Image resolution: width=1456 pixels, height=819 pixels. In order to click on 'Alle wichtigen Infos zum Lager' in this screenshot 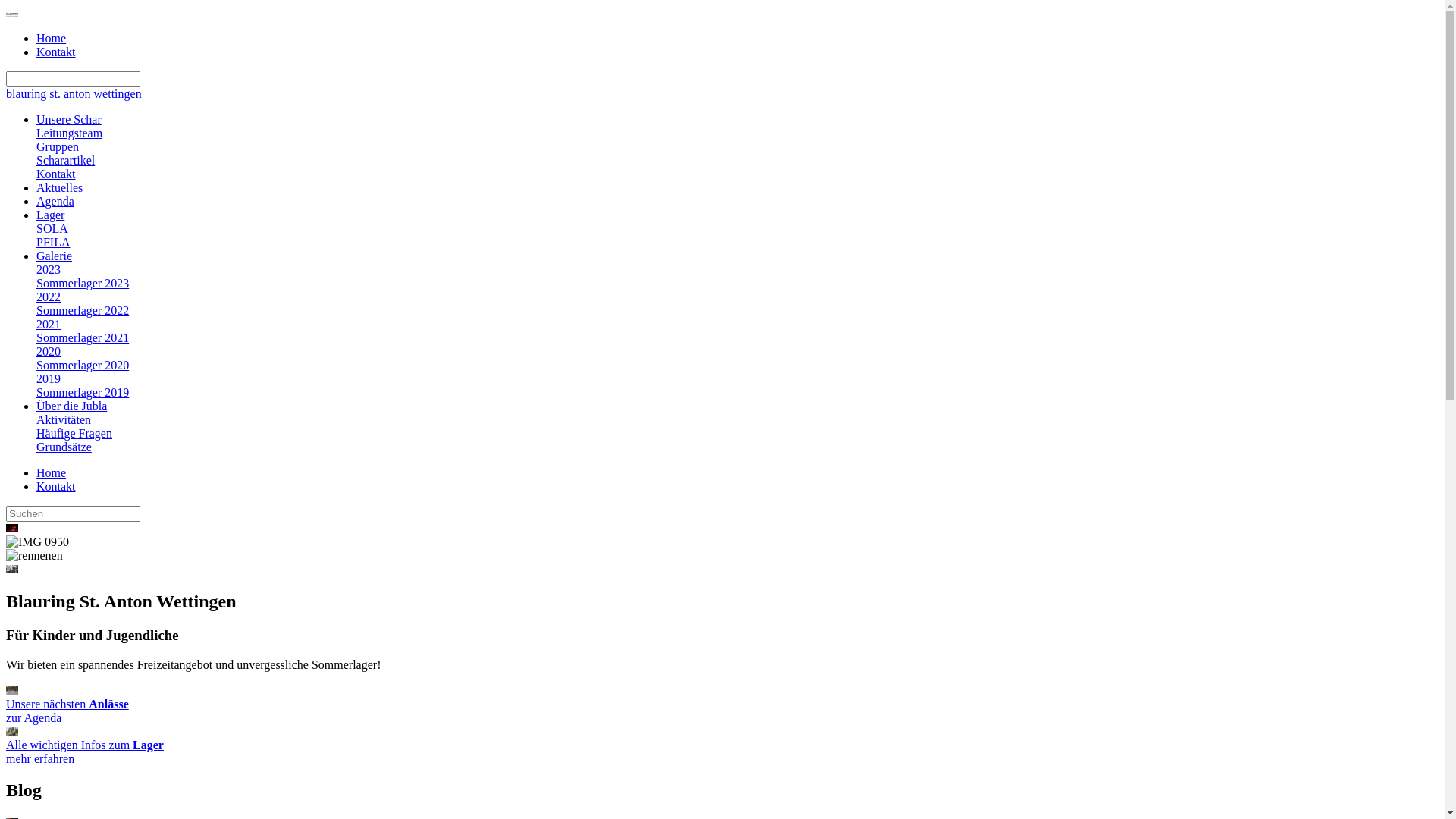, I will do `click(11, 730)`.